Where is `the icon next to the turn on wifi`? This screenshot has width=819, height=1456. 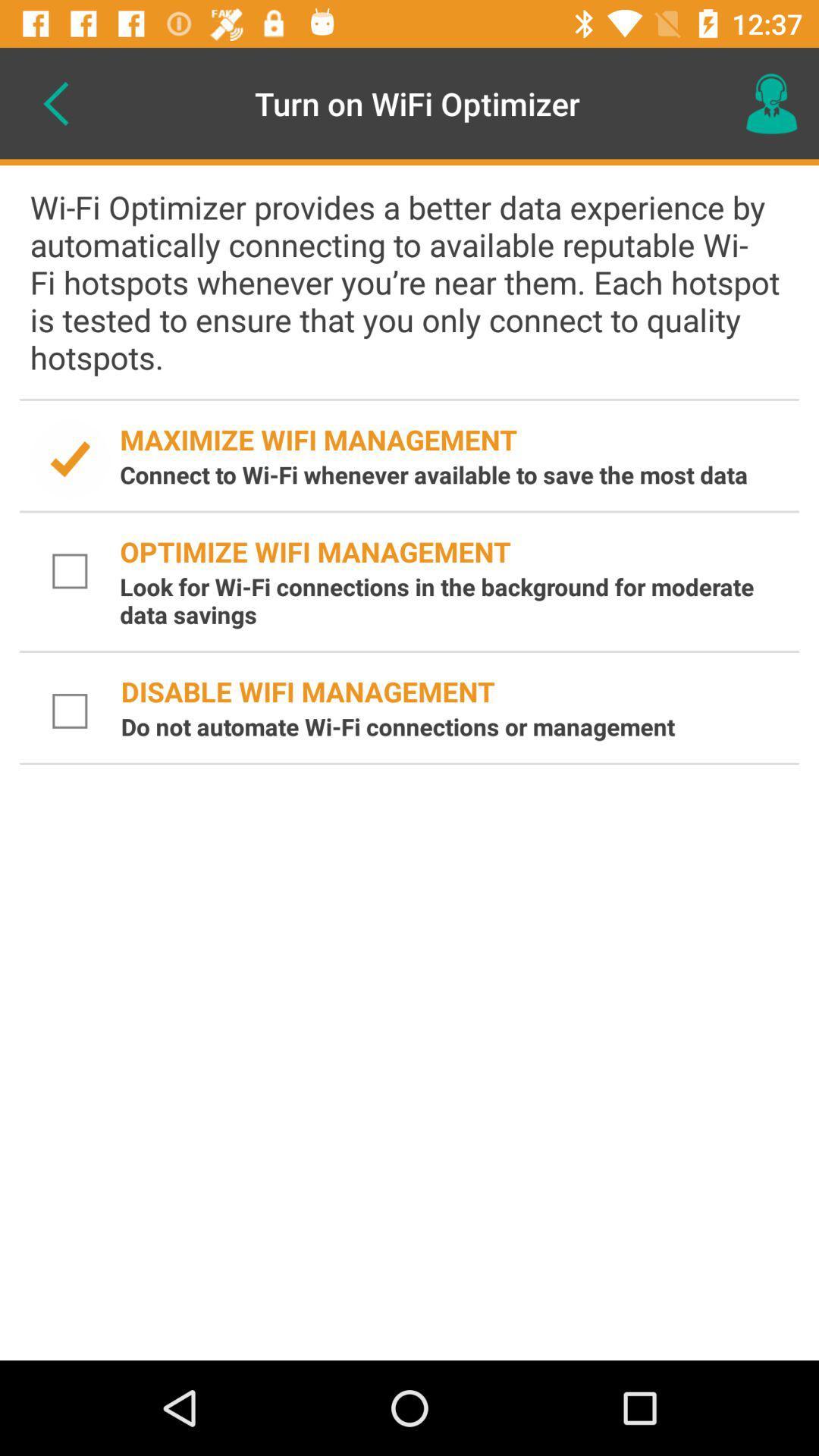 the icon next to the turn on wifi is located at coordinates (771, 102).